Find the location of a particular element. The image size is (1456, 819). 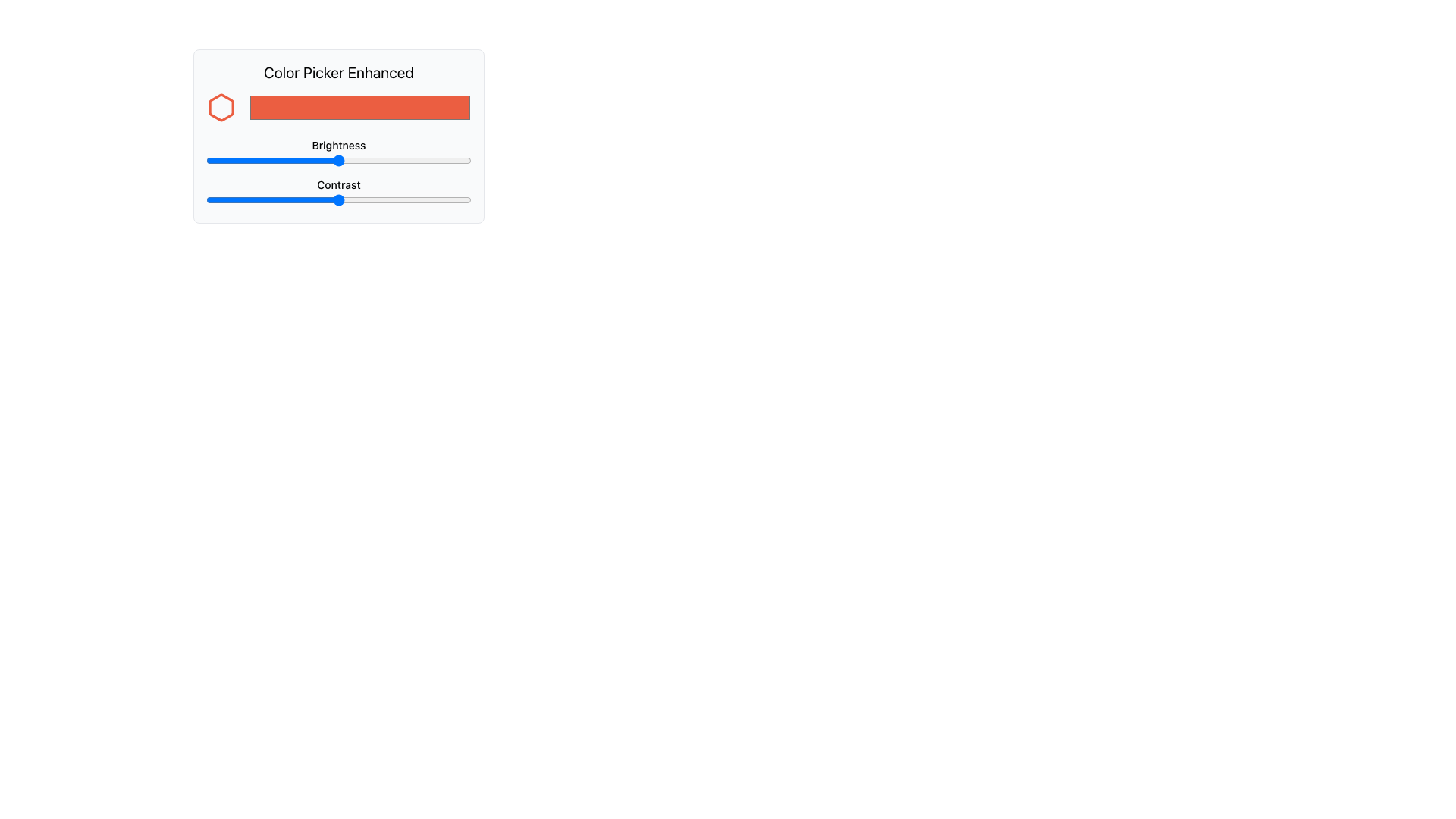

brightness is located at coordinates (416, 161).